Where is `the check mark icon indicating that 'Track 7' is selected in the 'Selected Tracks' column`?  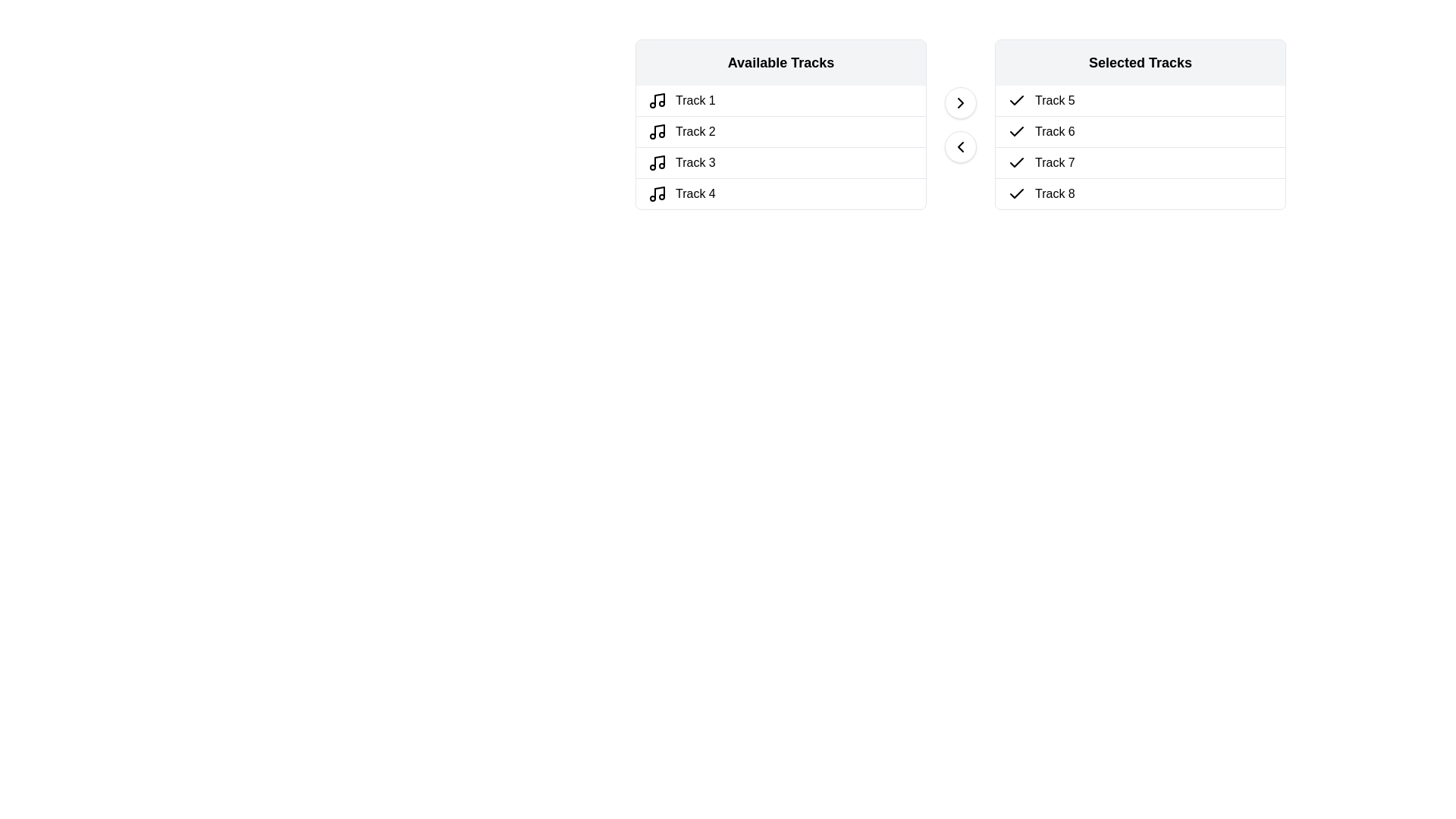 the check mark icon indicating that 'Track 7' is selected in the 'Selected Tracks' column is located at coordinates (1016, 163).